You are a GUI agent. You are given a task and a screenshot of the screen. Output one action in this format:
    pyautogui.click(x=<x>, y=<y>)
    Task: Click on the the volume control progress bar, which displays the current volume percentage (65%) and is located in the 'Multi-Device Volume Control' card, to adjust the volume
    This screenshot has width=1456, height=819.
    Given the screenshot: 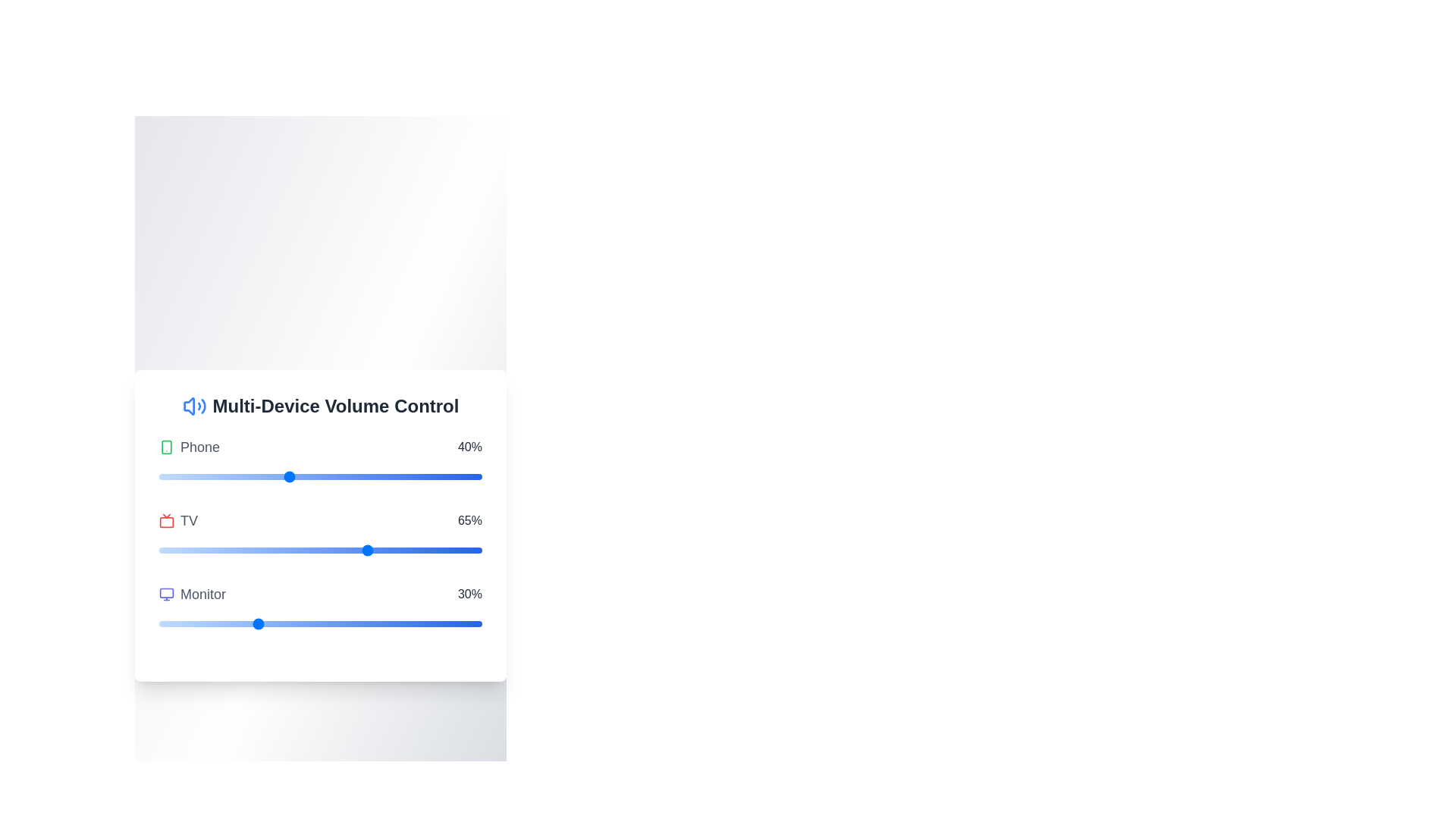 What is the action you would take?
    pyautogui.click(x=319, y=534)
    